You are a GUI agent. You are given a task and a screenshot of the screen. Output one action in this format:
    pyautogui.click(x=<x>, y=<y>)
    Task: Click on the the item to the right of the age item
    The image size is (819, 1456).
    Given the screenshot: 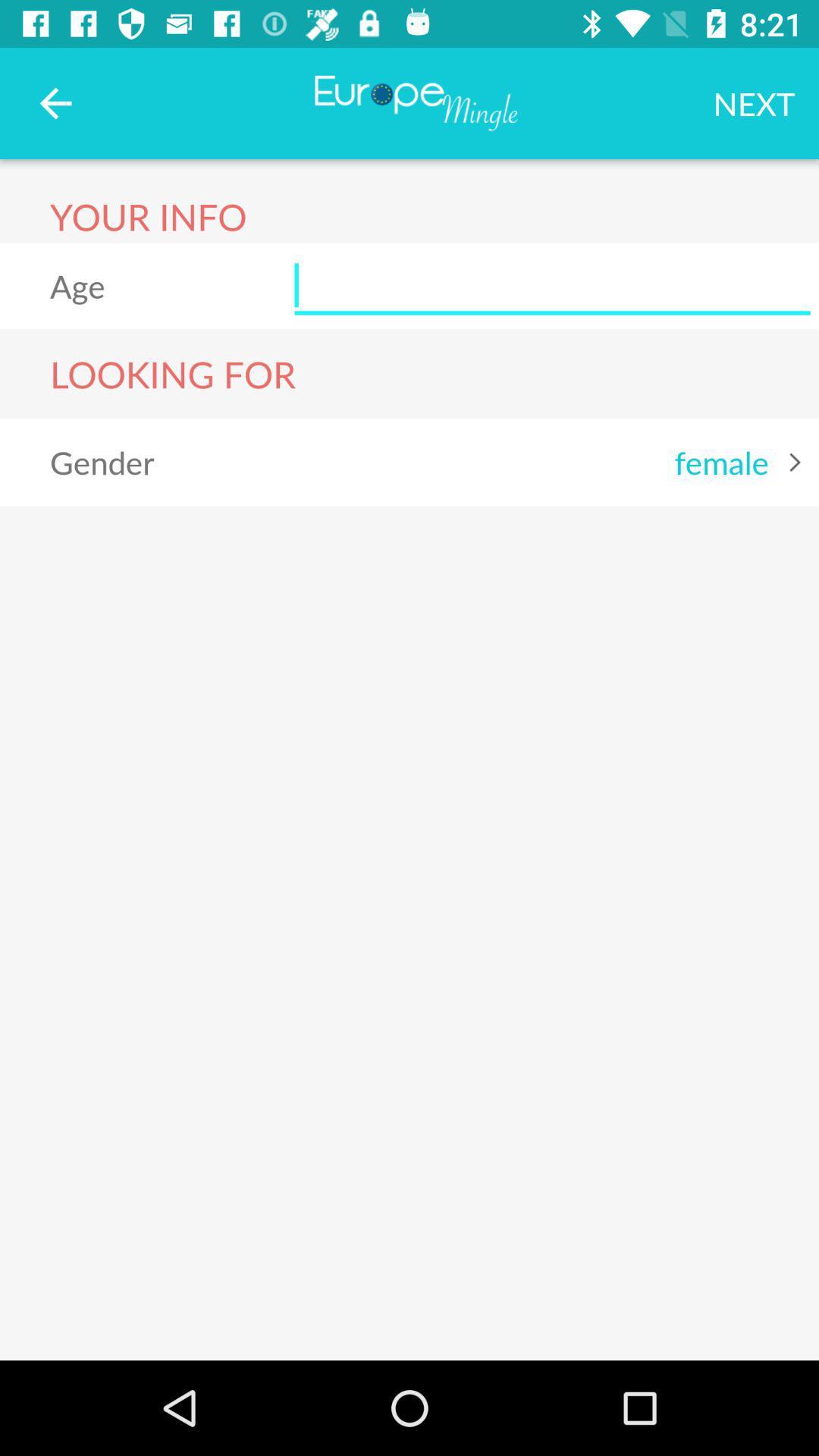 What is the action you would take?
    pyautogui.click(x=552, y=286)
    